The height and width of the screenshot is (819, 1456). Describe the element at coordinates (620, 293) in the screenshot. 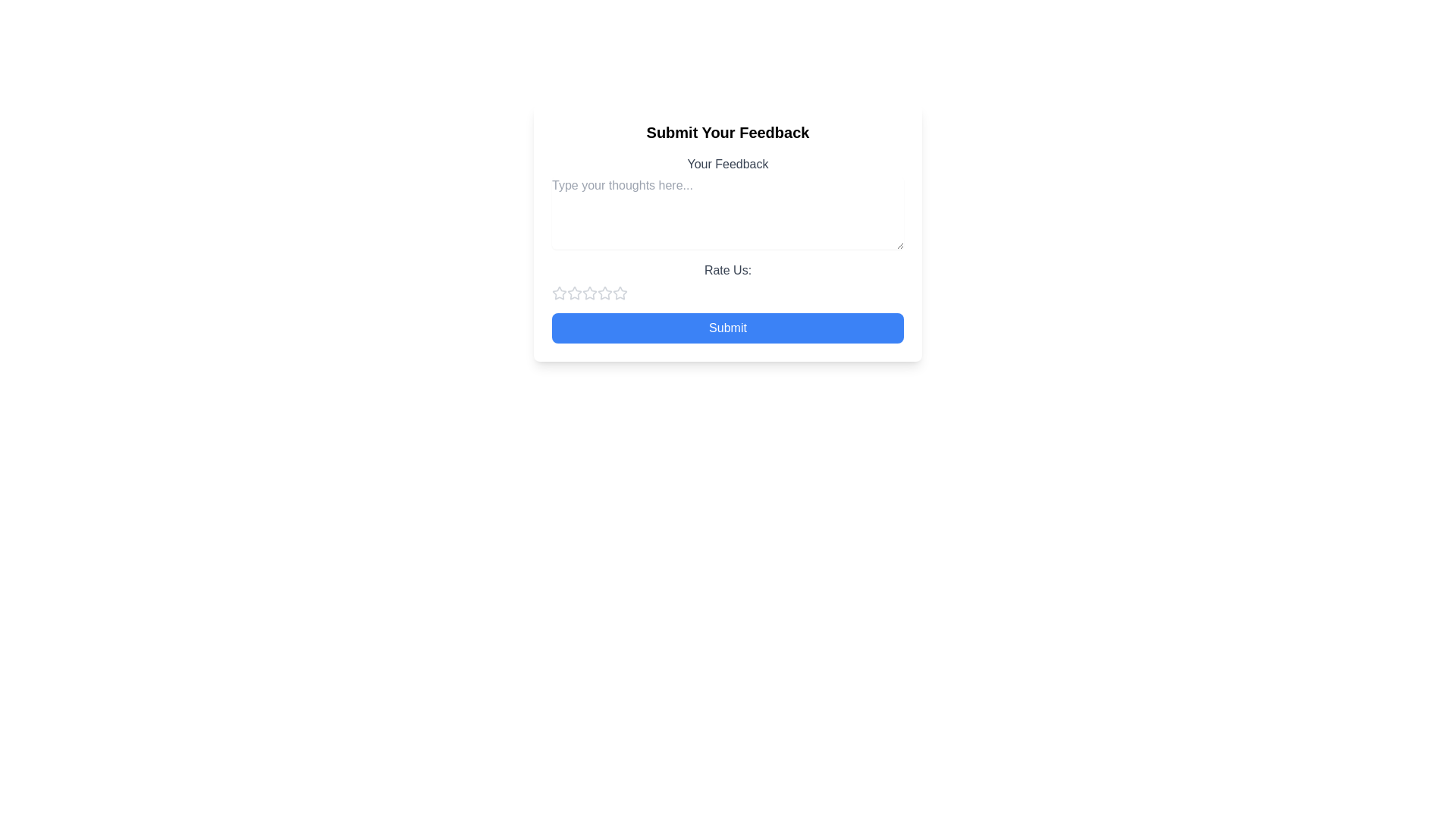

I see `the second star icon in the 'Rate Us' section of the feedback form` at that location.